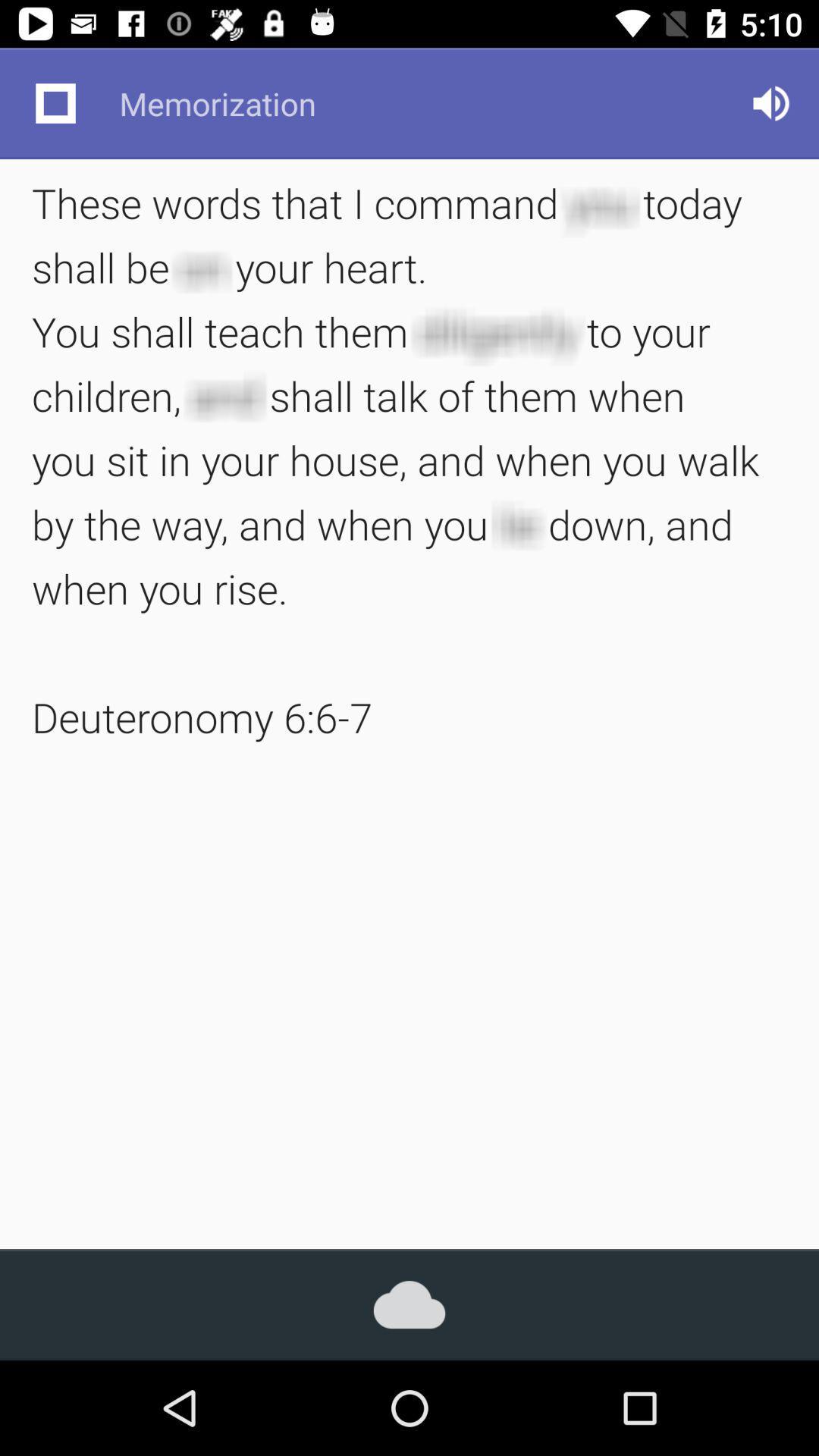 This screenshot has width=819, height=1456. I want to click on these words that item, so click(409, 459).